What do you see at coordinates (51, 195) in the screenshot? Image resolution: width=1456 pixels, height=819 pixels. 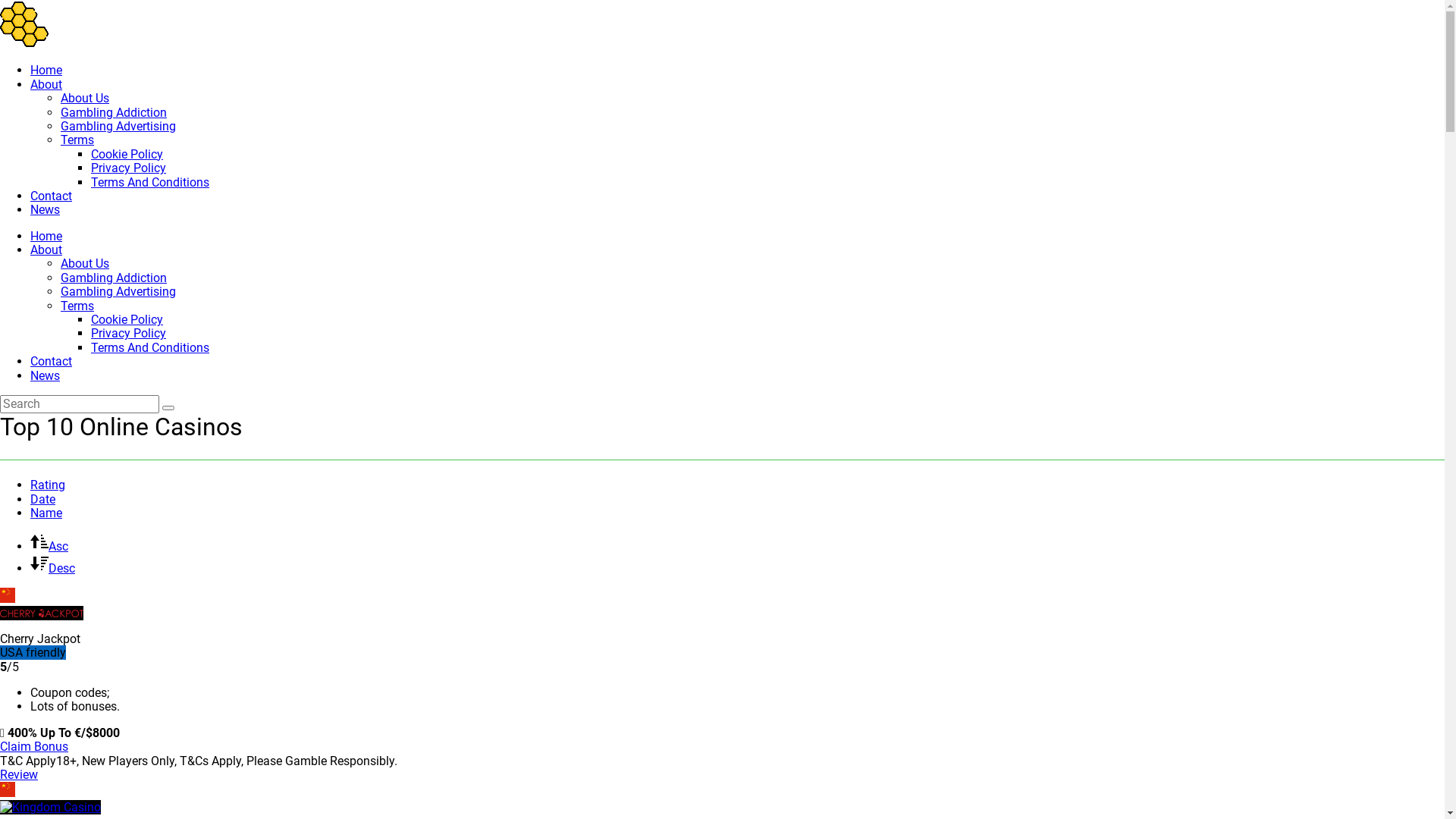 I see `'Contact'` at bounding box center [51, 195].